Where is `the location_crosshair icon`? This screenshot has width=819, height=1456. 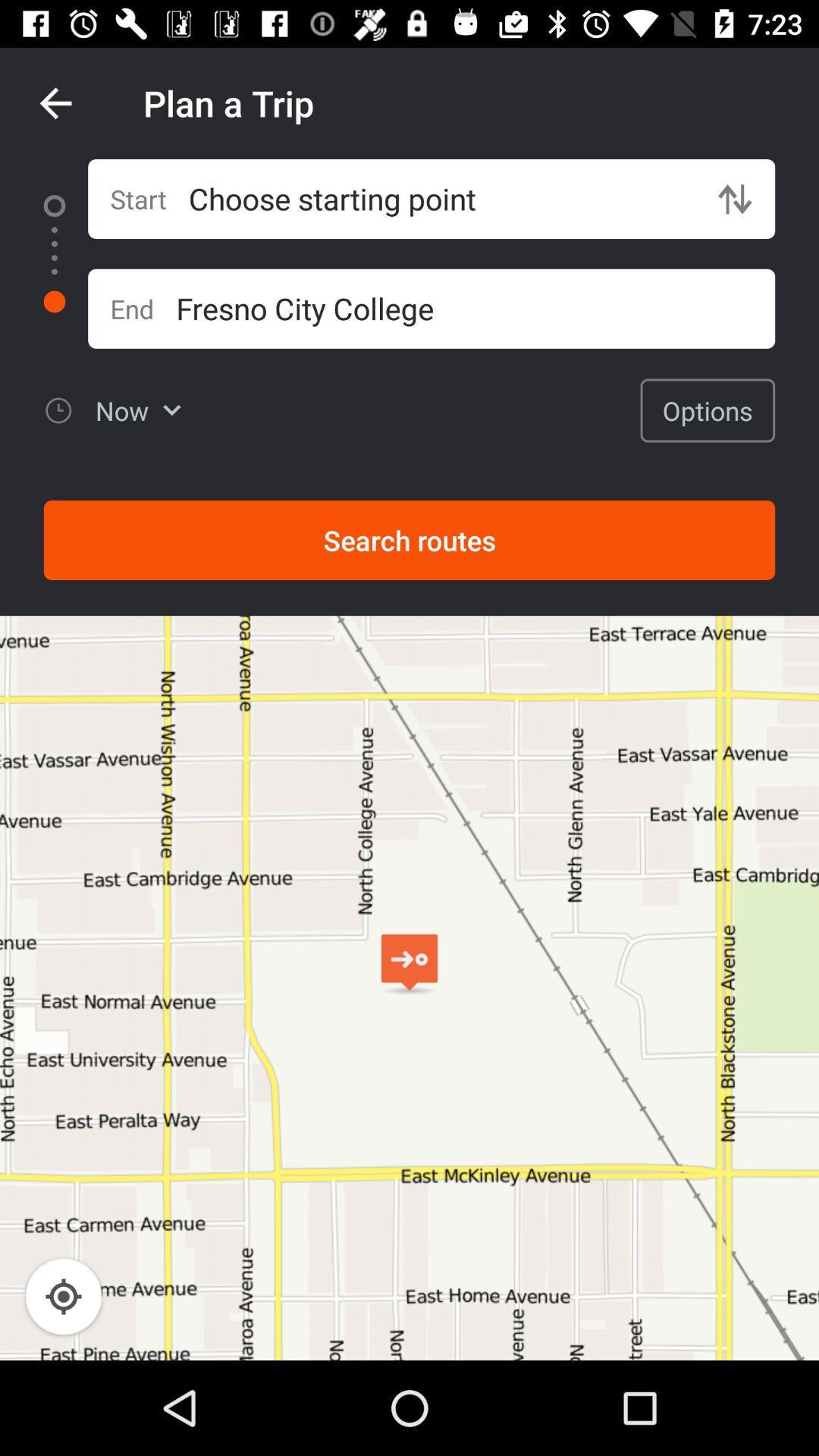
the location_crosshair icon is located at coordinates (63, 1295).